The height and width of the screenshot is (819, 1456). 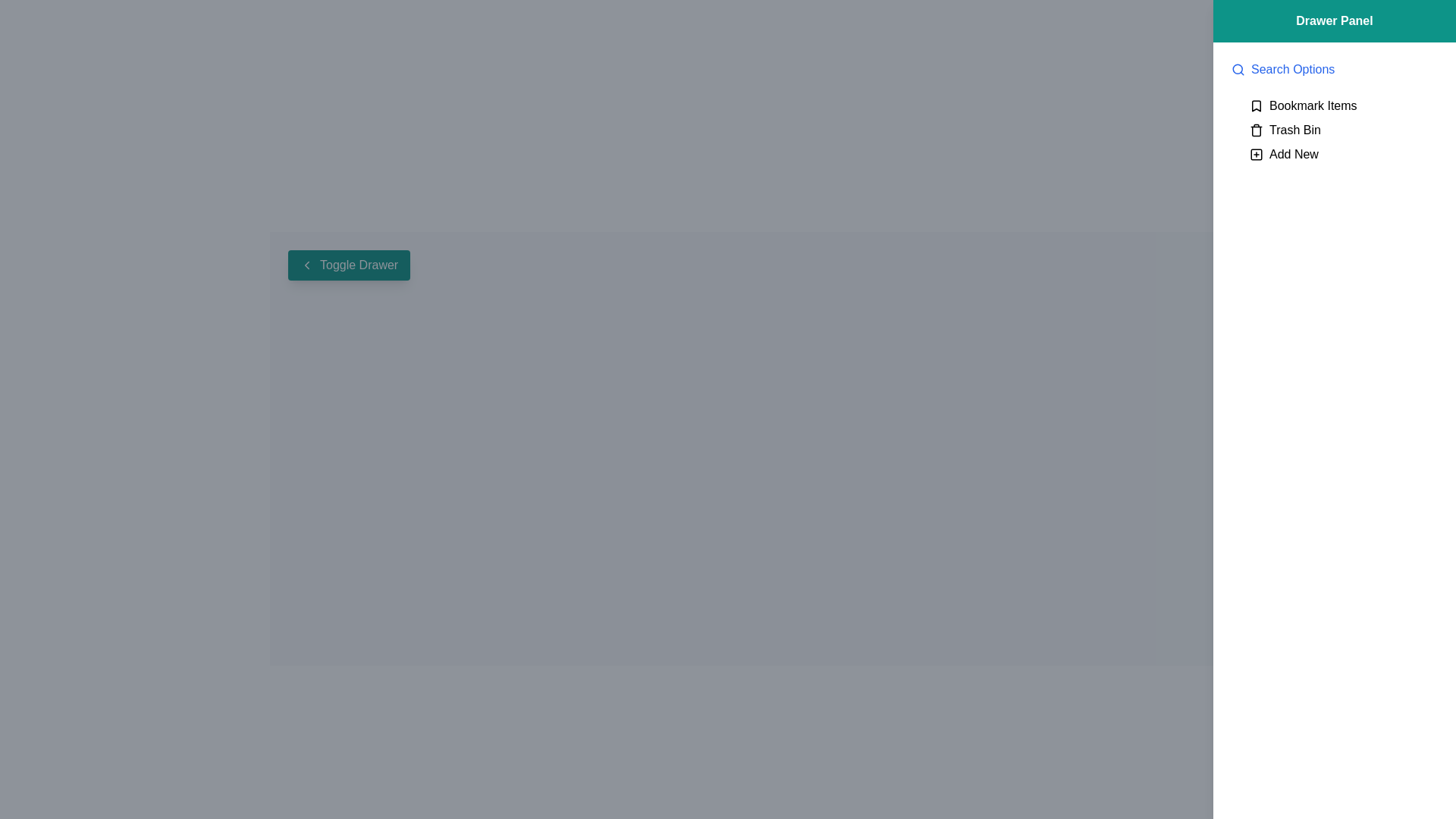 What do you see at coordinates (306, 265) in the screenshot?
I see `the icon or SVG symbol located to the left of the 'Toggle Drawer' text within the button on the teal background` at bounding box center [306, 265].